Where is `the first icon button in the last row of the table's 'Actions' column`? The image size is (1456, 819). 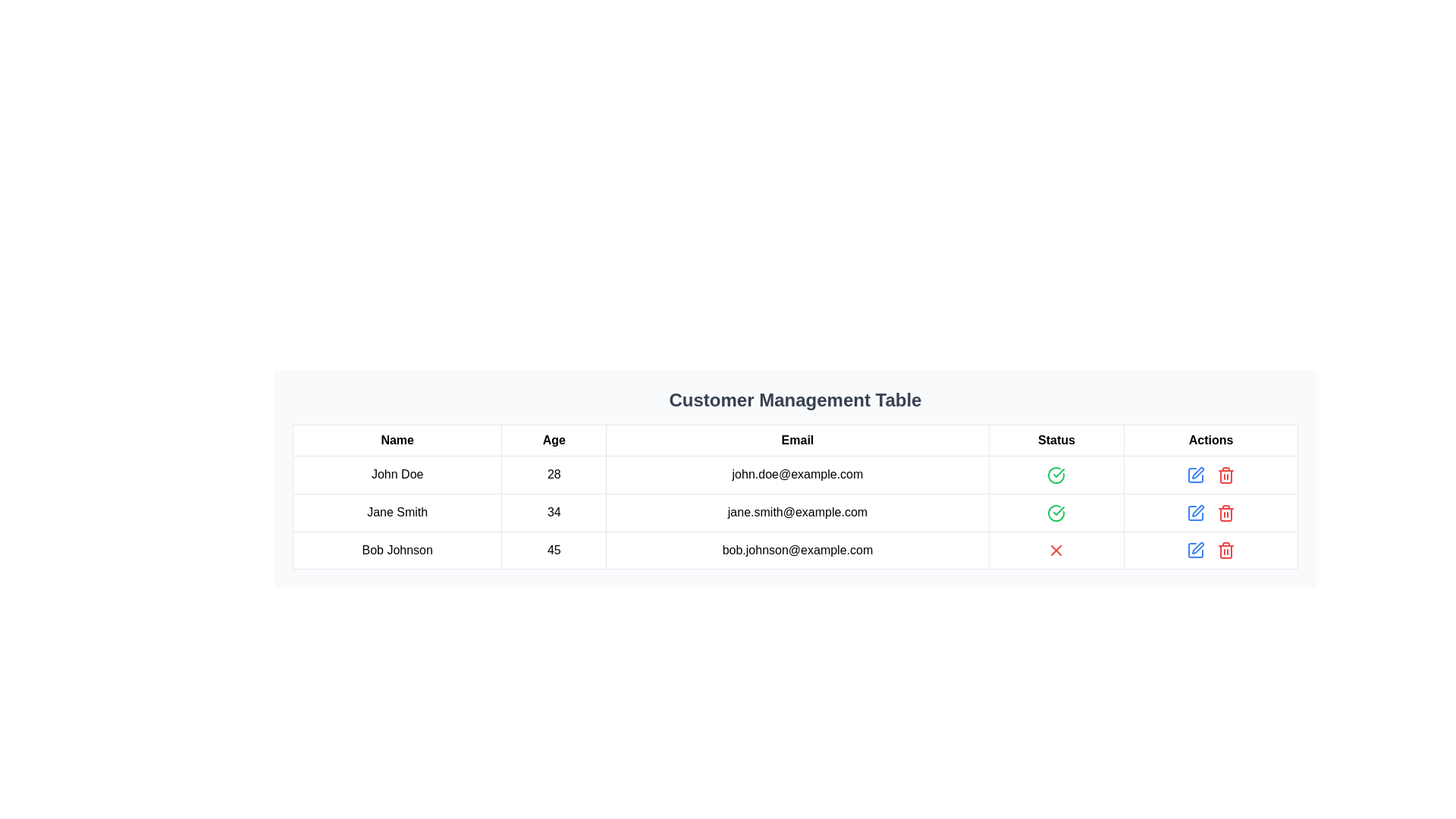 the first icon button in the last row of the table's 'Actions' column is located at coordinates (1195, 512).